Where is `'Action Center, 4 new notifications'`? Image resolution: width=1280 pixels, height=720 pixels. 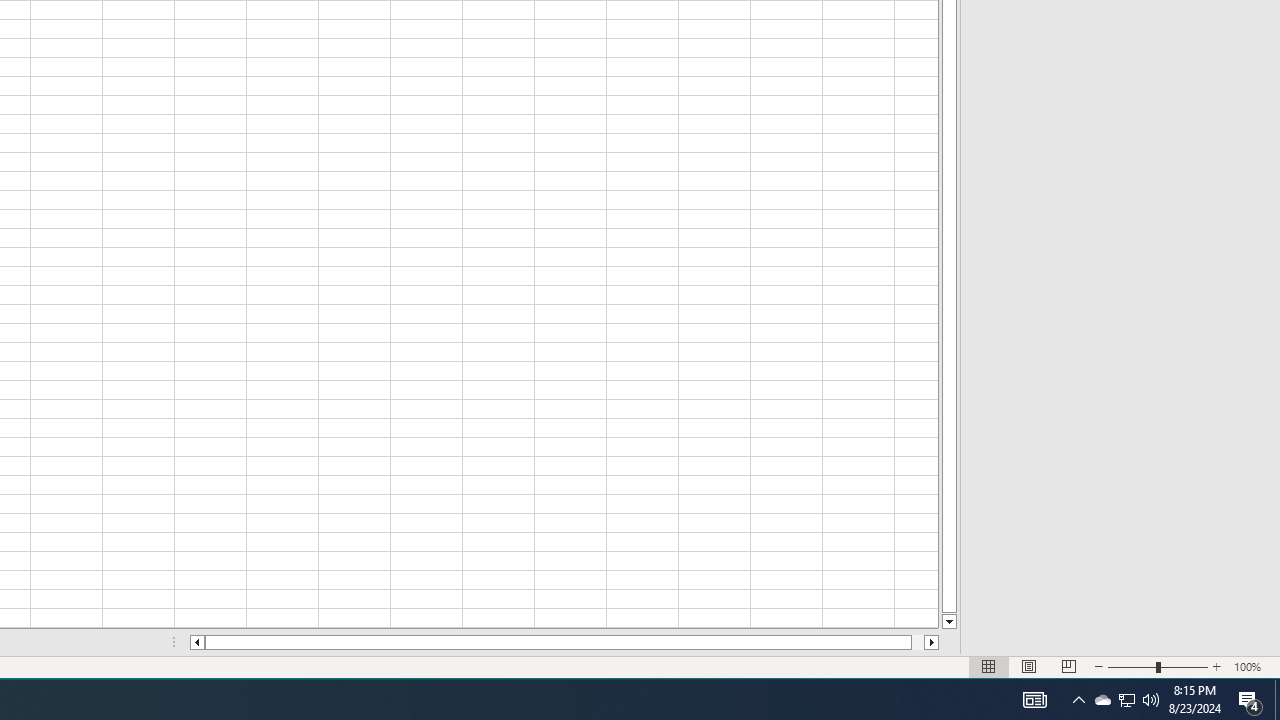
'Action Center, 4 new notifications' is located at coordinates (1250, 698).